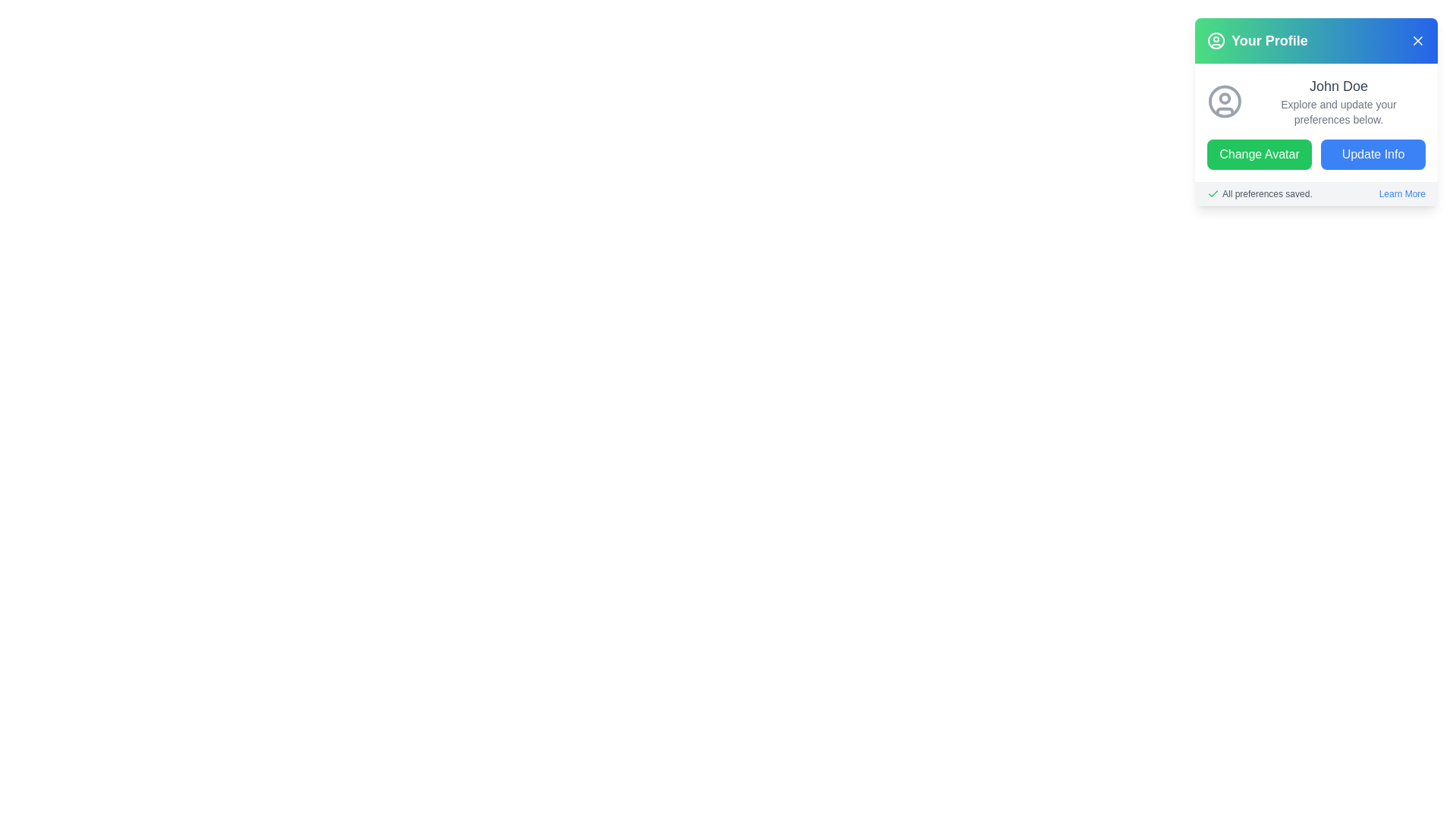 The height and width of the screenshot is (819, 1456). Describe the element at coordinates (1316, 122) in the screenshot. I see `text information displayed in the Profile summary card located in the top-right corner of the profile section` at that location.